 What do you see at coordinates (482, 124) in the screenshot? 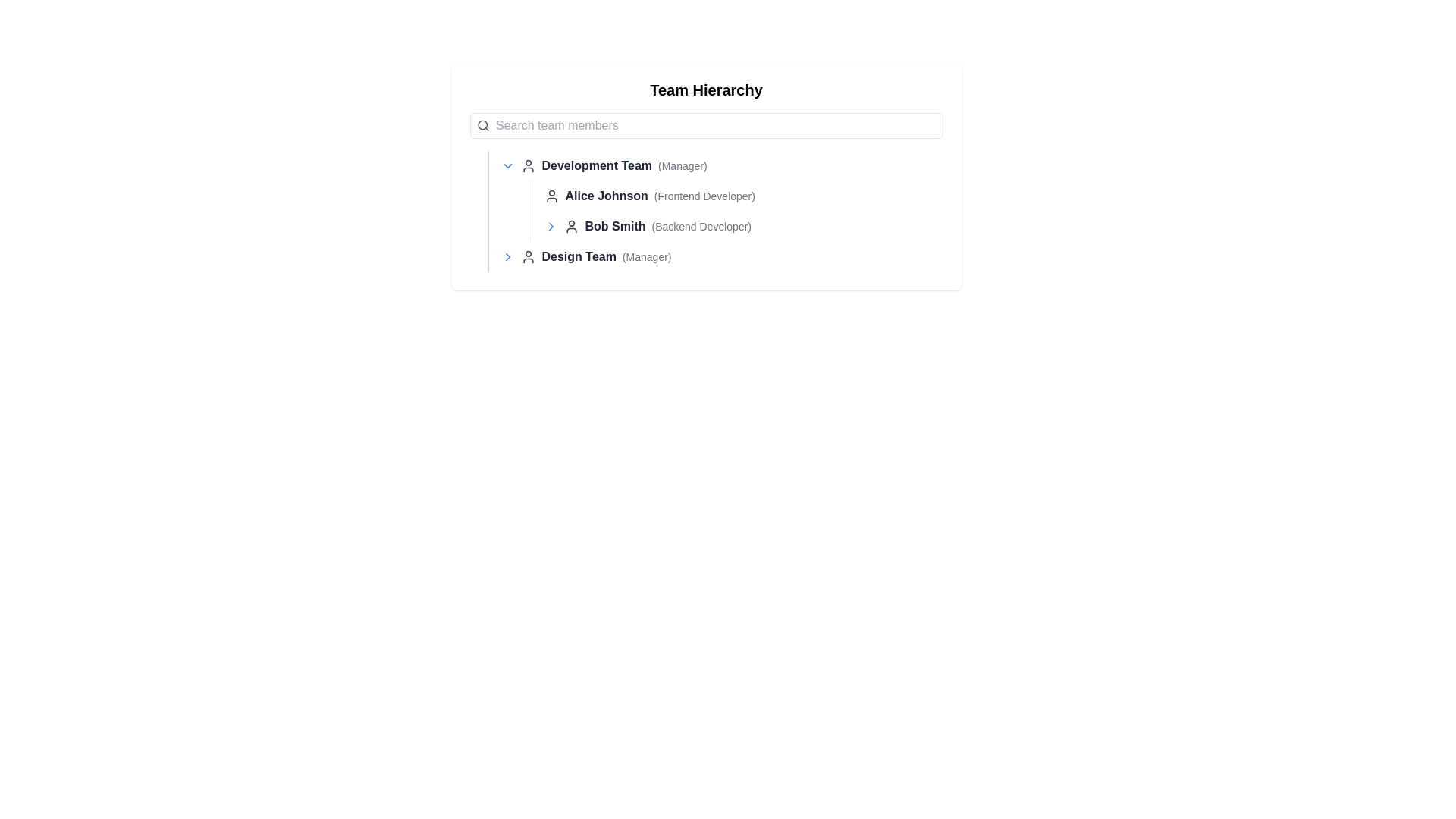
I see `the search icon that serves as a visual indicator for the search input field, which is positioned left-aligned before the text input box` at bounding box center [482, 124].